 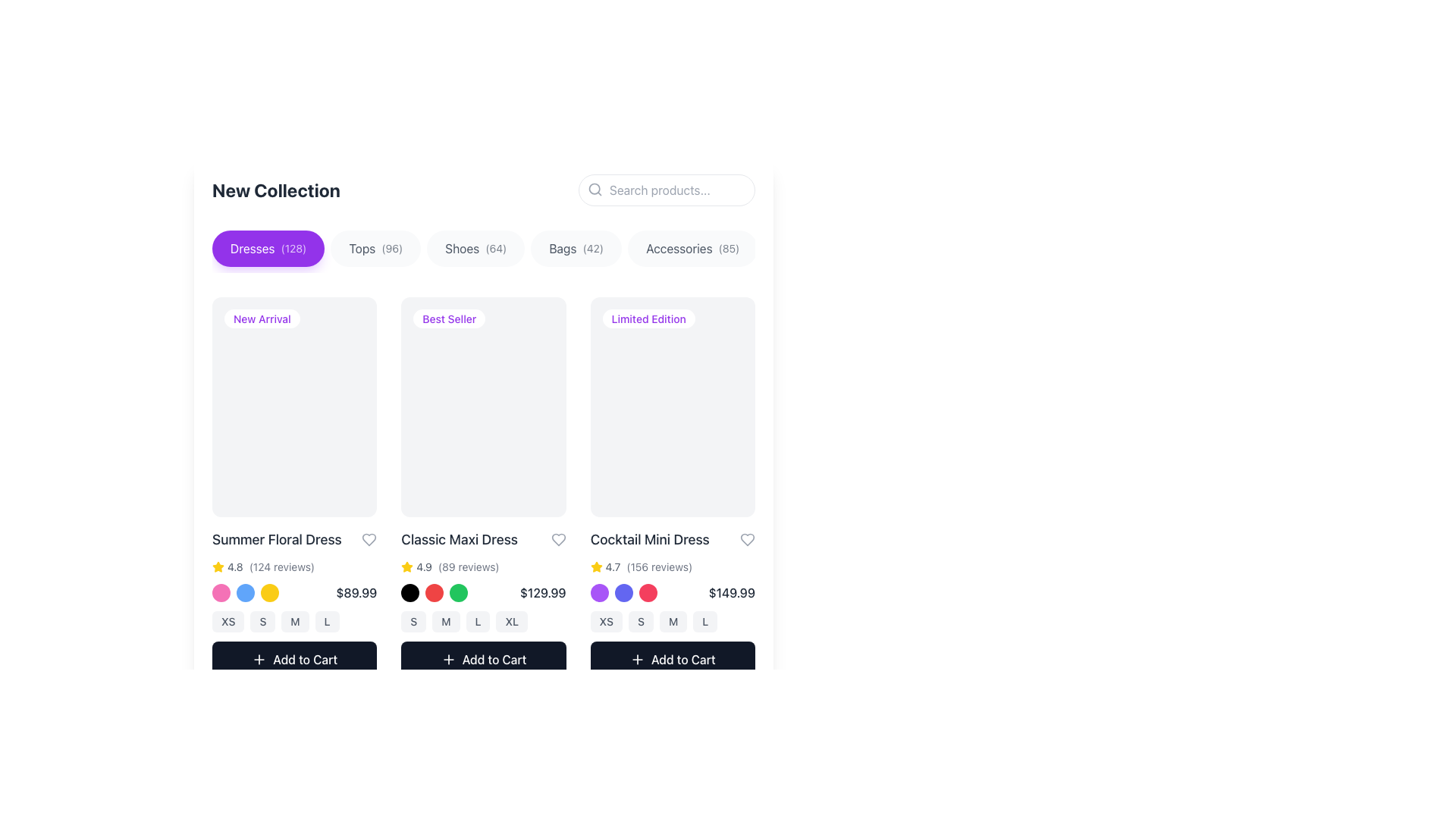 I want to click on text of the descriptive title label for the product, which is located to the left of a heart-shaped icon and above the product details such as ratings and pricing, so click(x=277, y=538).